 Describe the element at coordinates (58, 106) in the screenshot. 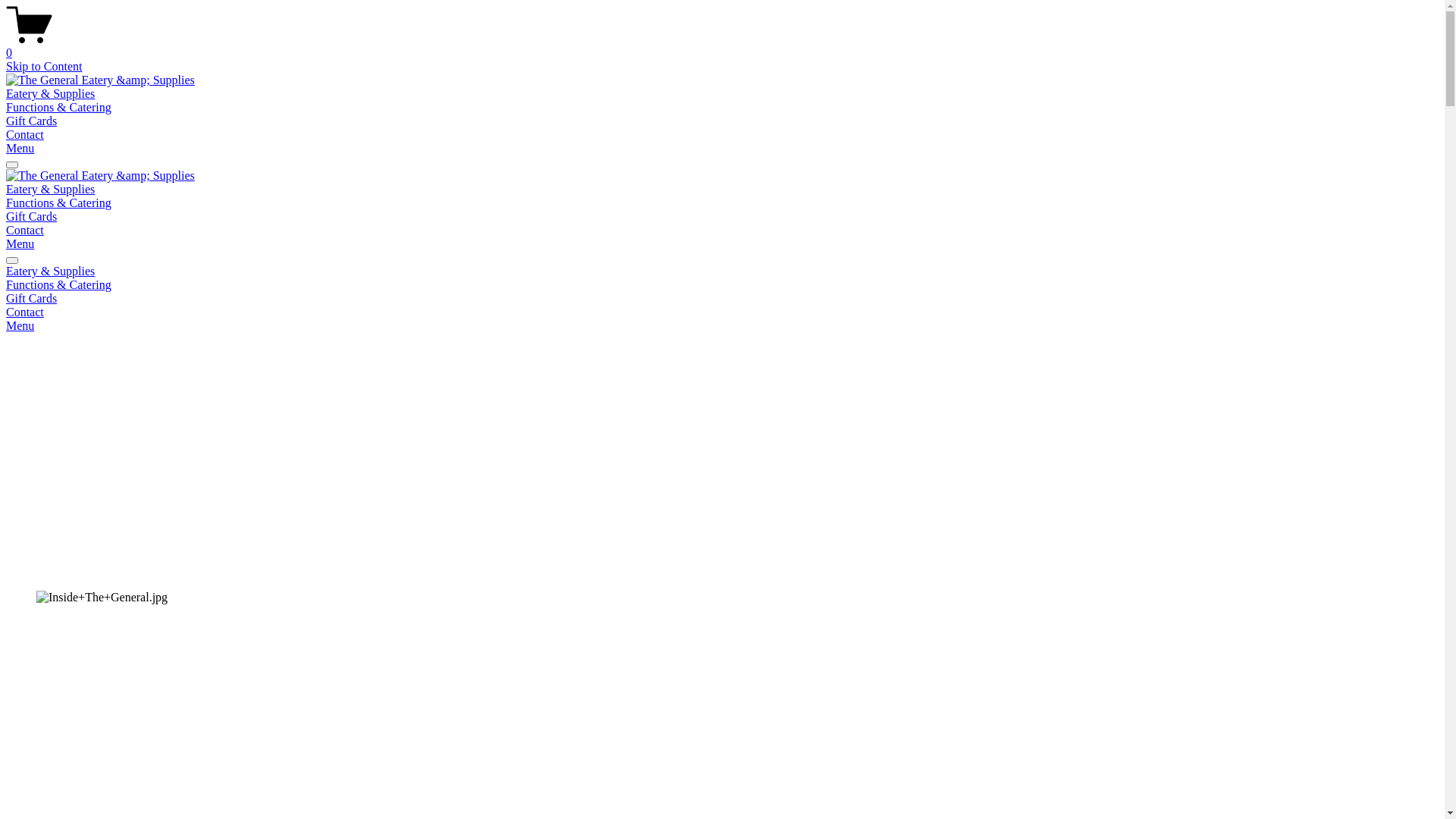

I see `'Functions & Catering'` at that location.